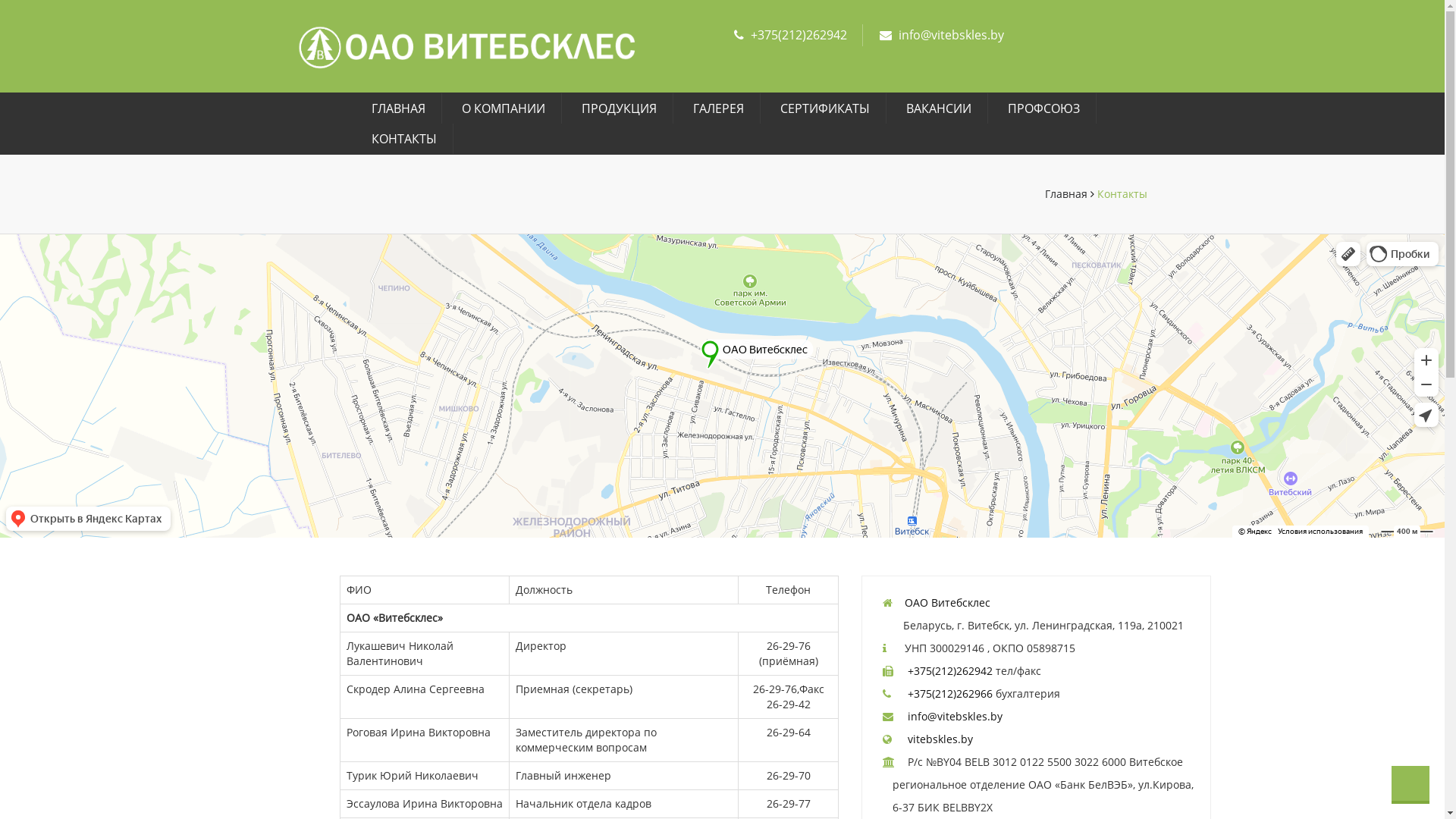  What do you see at coordinates (949, 670) in the screenshot?
I see `'+375(212)262942'` at bounding box center [949, 670].